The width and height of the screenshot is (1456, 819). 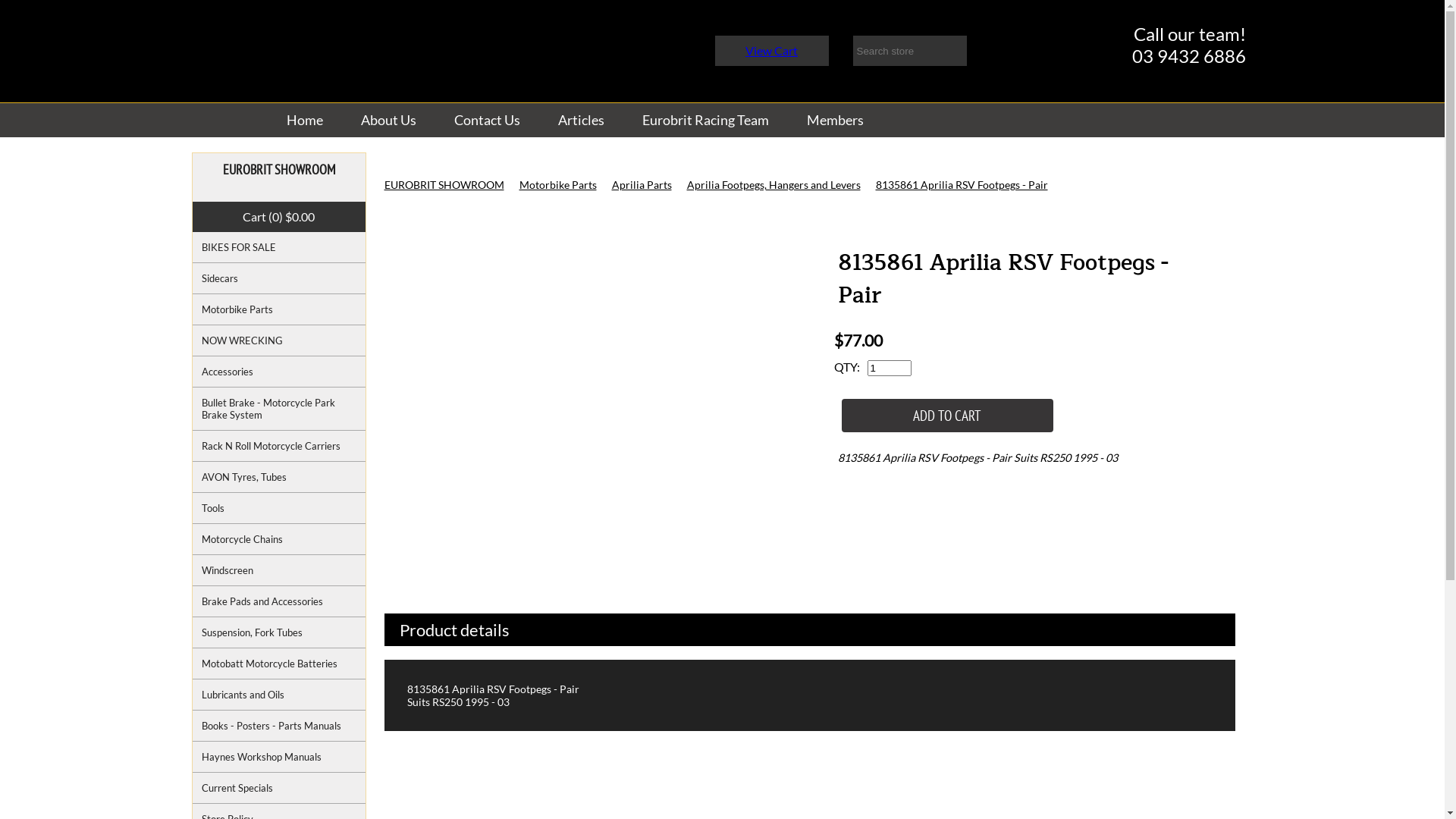 I want to click on 'Motorbike Parts', so click(x=279, y=309).